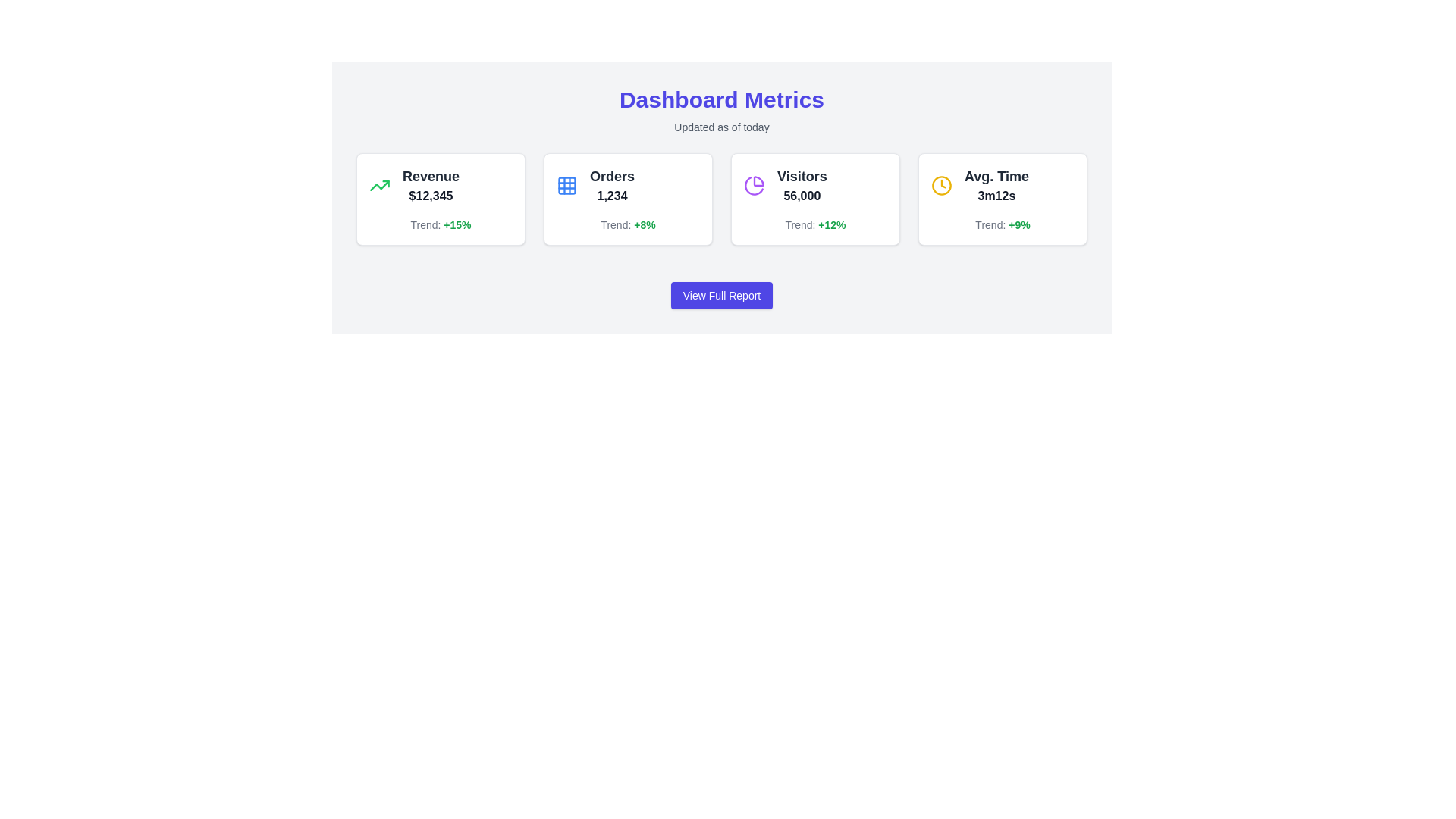 The image size is (1456, 819). I want to click on text label displaying the trend information for 'Avg. Time', which shows a green '+9%' indicating a positive trend, located in the fourth card from the left on the dashboard, so click(1003, 225).